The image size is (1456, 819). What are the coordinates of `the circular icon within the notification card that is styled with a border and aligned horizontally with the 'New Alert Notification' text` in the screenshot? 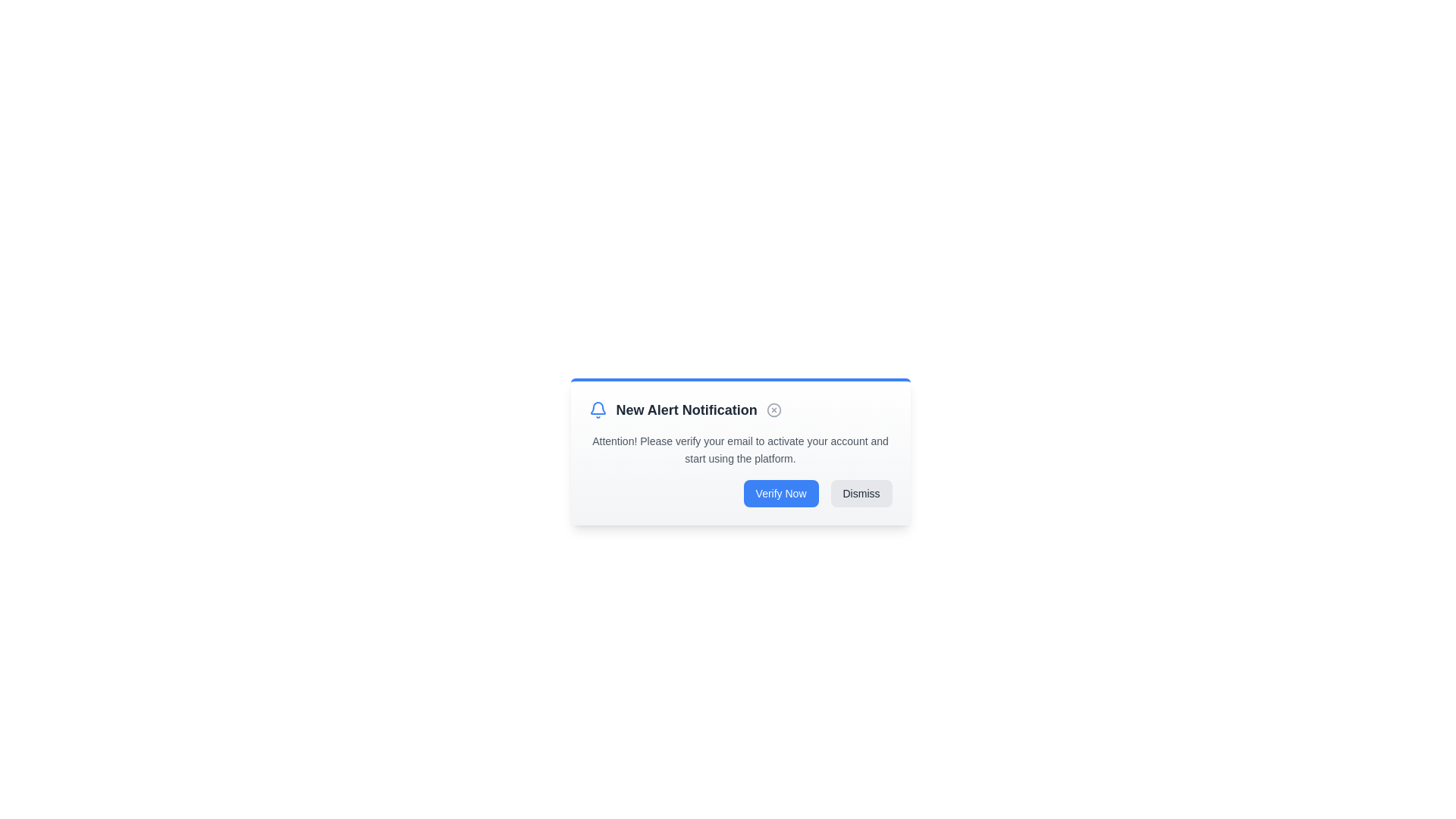 It's located at (773, 409).